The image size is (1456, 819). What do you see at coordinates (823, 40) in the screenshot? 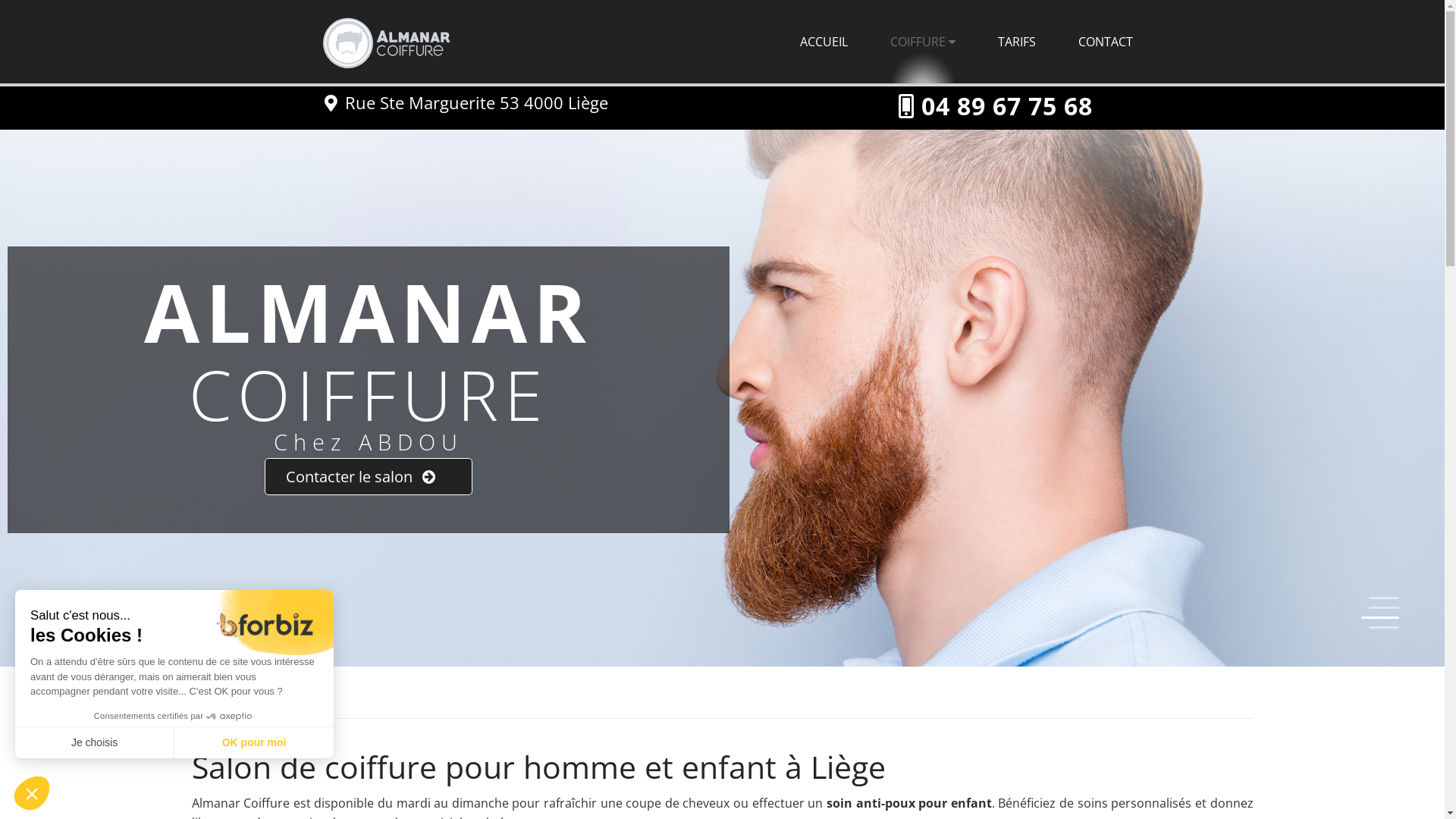
I see `'ACCUEIL'` at bounding box center [823, 40].